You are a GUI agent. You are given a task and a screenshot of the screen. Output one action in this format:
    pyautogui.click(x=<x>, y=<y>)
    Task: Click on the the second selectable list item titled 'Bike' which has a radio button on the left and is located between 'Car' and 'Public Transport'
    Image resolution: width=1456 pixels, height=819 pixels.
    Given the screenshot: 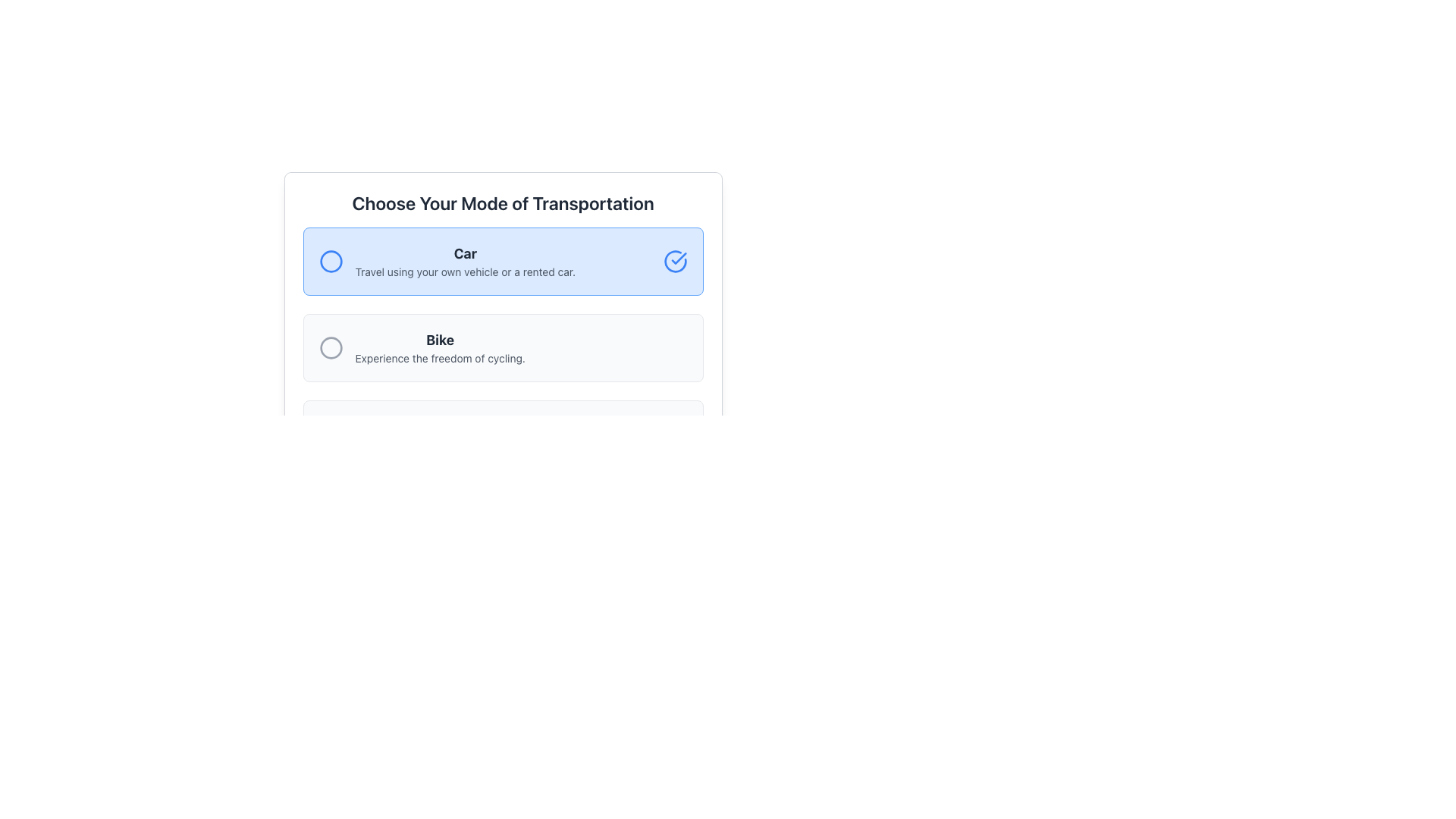 What is the action you would take?
    pyautogui.click(x=503, y=348)
    